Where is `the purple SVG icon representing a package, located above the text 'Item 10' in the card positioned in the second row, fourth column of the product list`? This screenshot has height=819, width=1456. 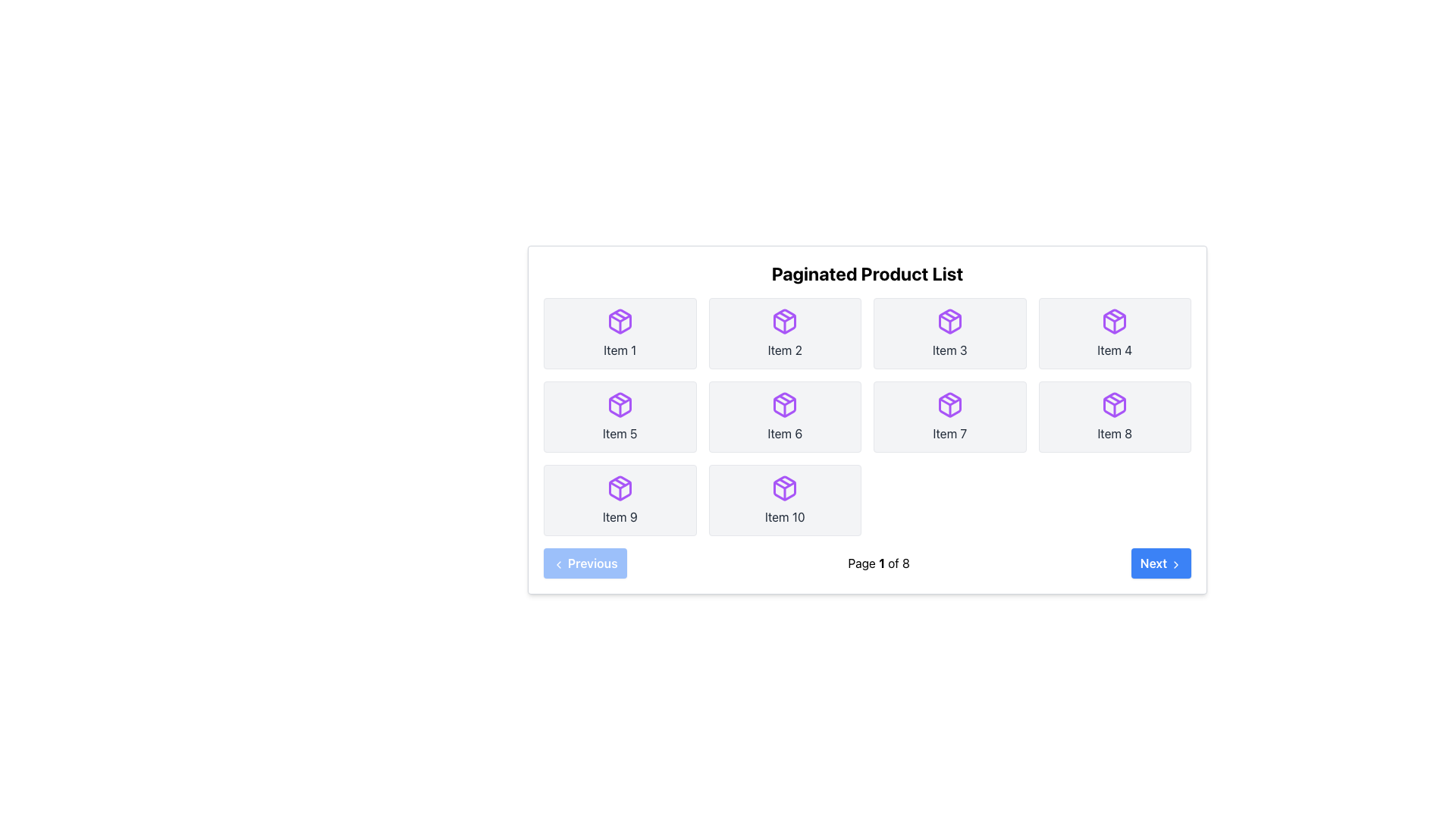 the purple SVG icon representing a package, located above the text 'Item 10' in the card positioned in the second row, fourth column of the product list is located at coordinates (785, 488).